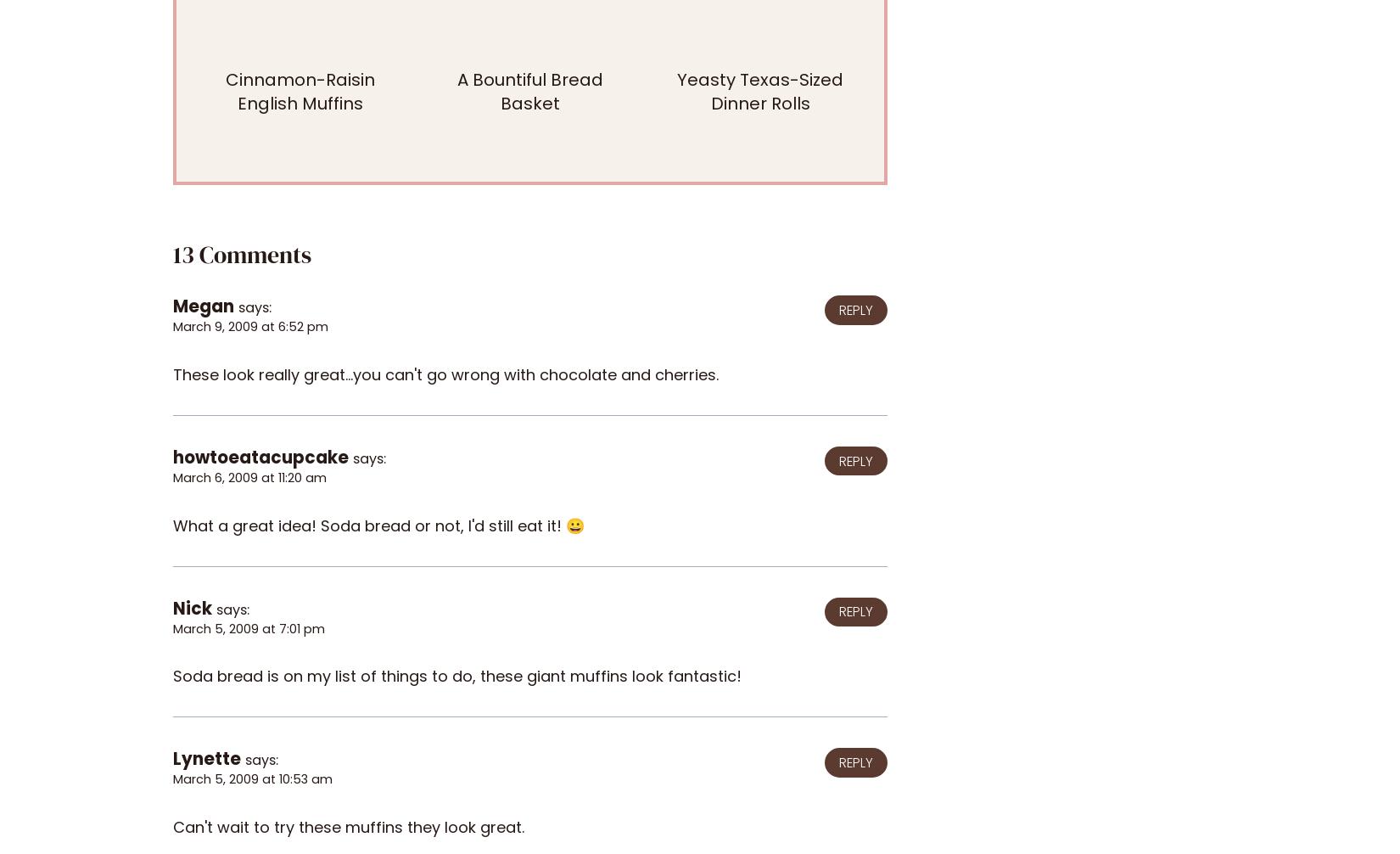 The height and width of the screenshot is (854, 1400). Describe the element at coordinates (529, 92) in the screenshot. I see `'A Bountiful Bread Basket'` at that location.